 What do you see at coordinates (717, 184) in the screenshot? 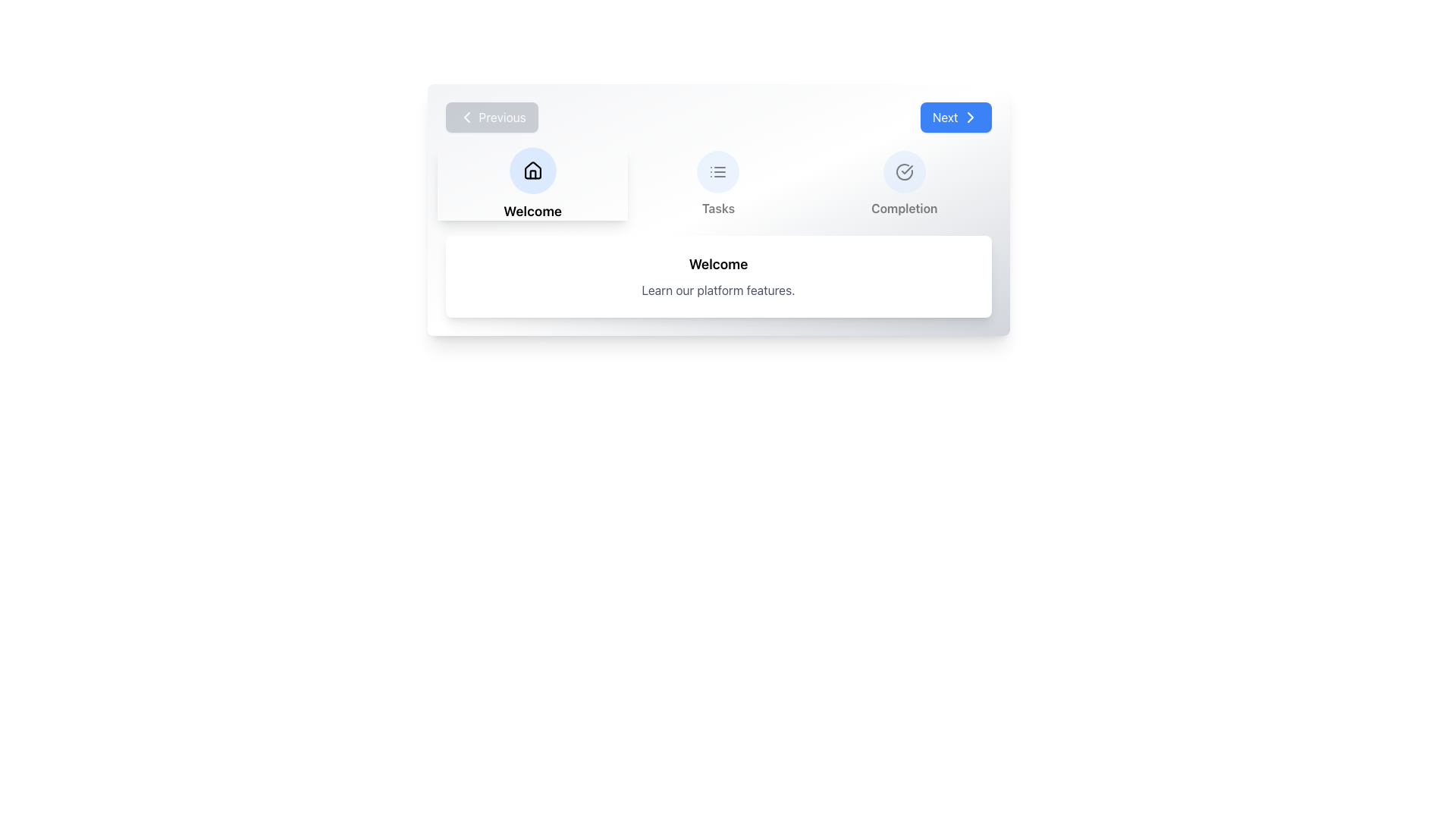
I see `the navigation tile located in the upper-middle portion of the view, between the 'Welcome' tile on the left and the 'Completion' tile on the right` at bounding box center [717, 184].